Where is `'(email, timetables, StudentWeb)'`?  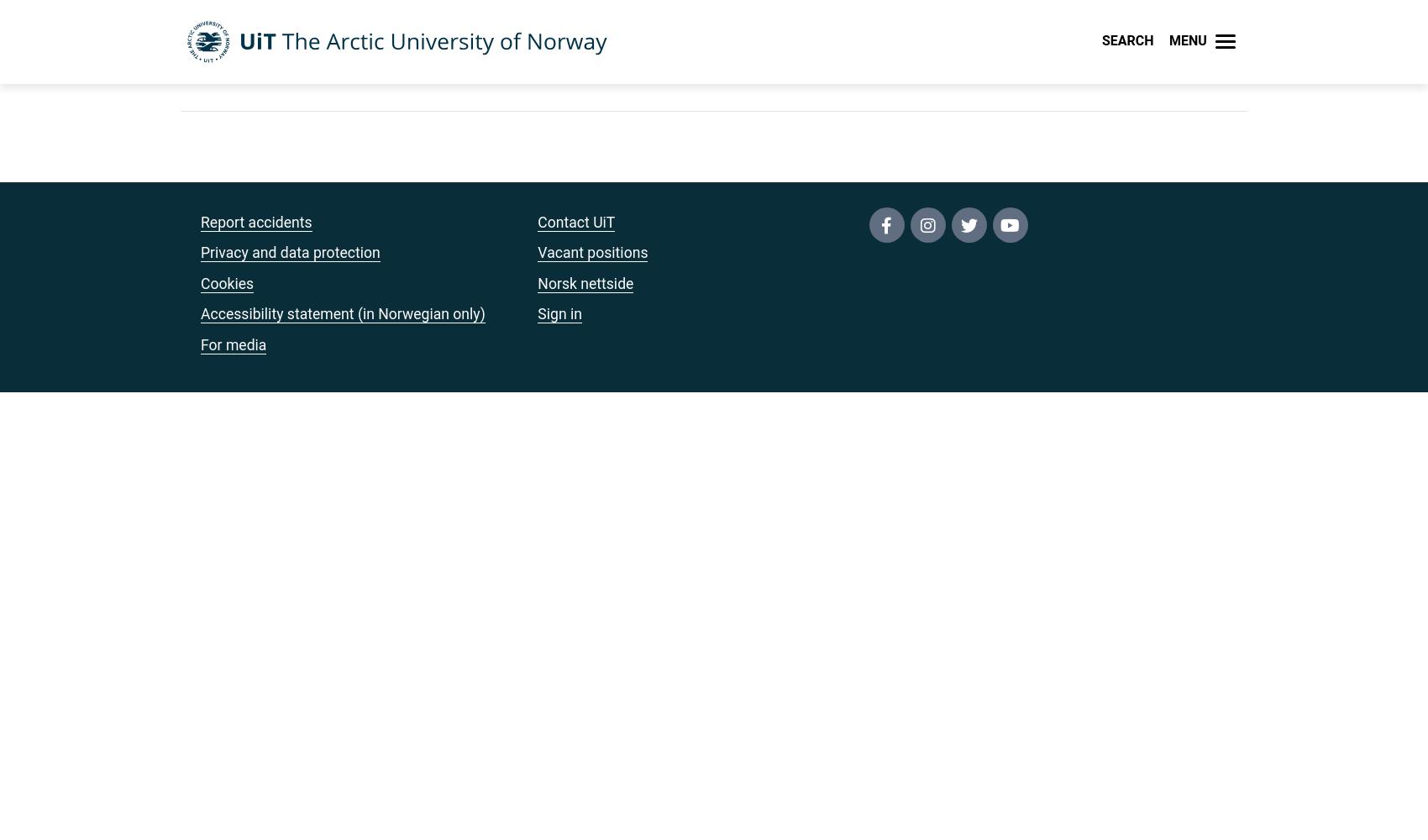 '(email, timetables, StudentWeb)' is located at coordinates (674, 308).